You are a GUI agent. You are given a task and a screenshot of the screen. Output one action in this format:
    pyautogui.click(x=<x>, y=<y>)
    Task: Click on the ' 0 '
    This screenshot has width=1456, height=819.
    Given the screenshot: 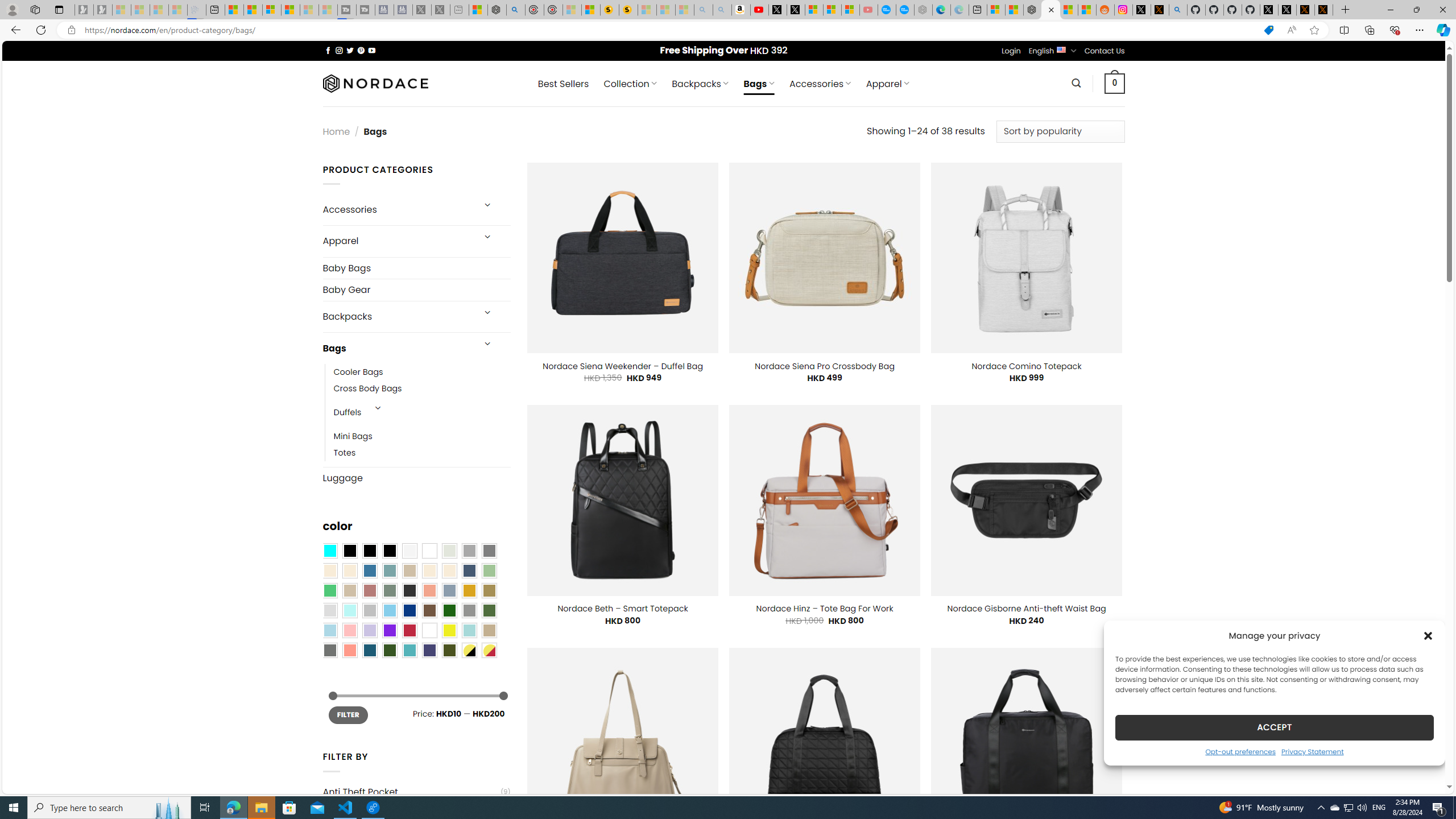 What is the action you would take?
    pyautogui.click(x=1115, y=82)
    